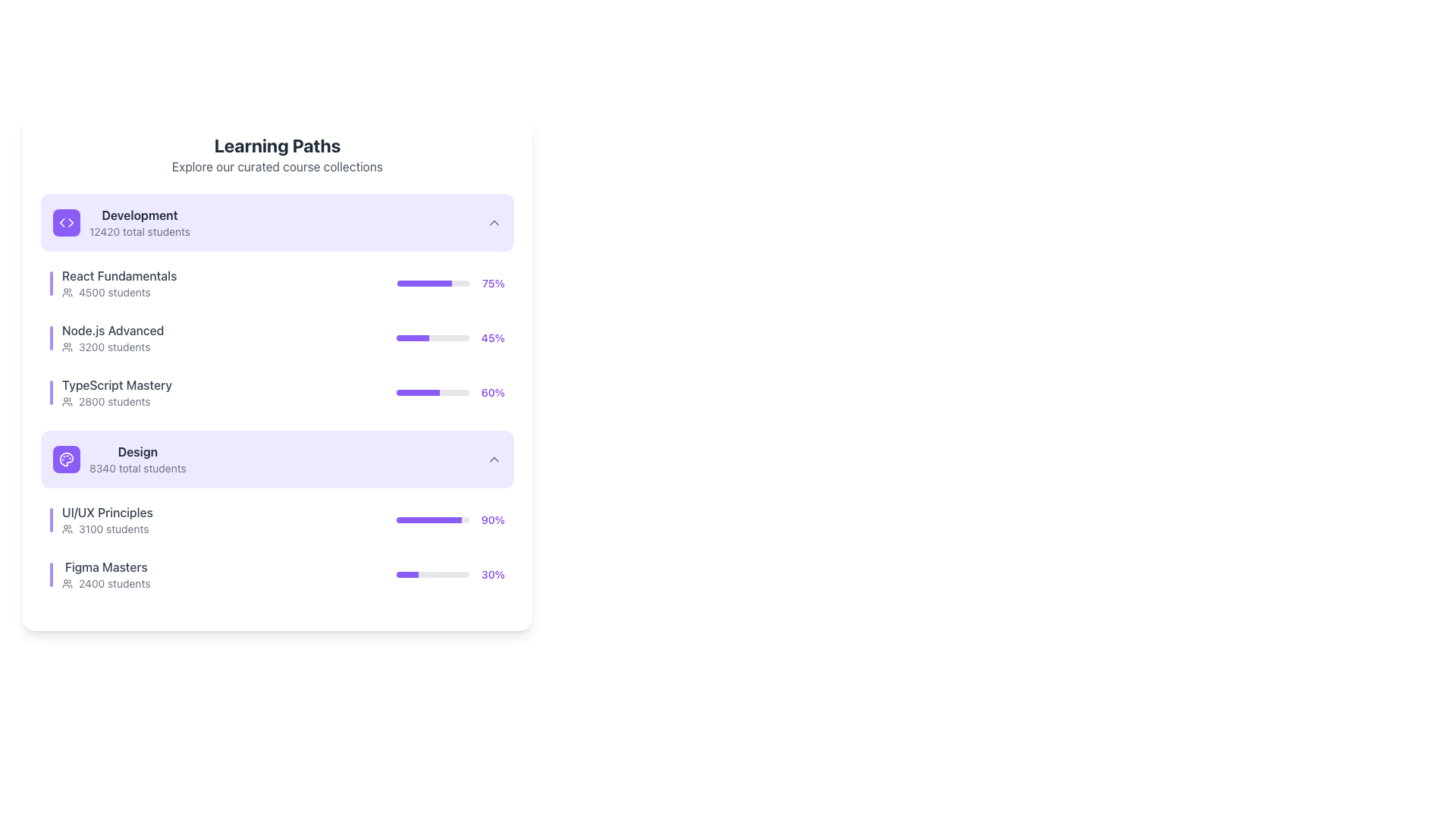 The width and height of the screenshot is (1456, 819). I want to click on the violet progress bar segment representing 45% progress in the learning display under 'Node.js Advanced', so click(413, 337).